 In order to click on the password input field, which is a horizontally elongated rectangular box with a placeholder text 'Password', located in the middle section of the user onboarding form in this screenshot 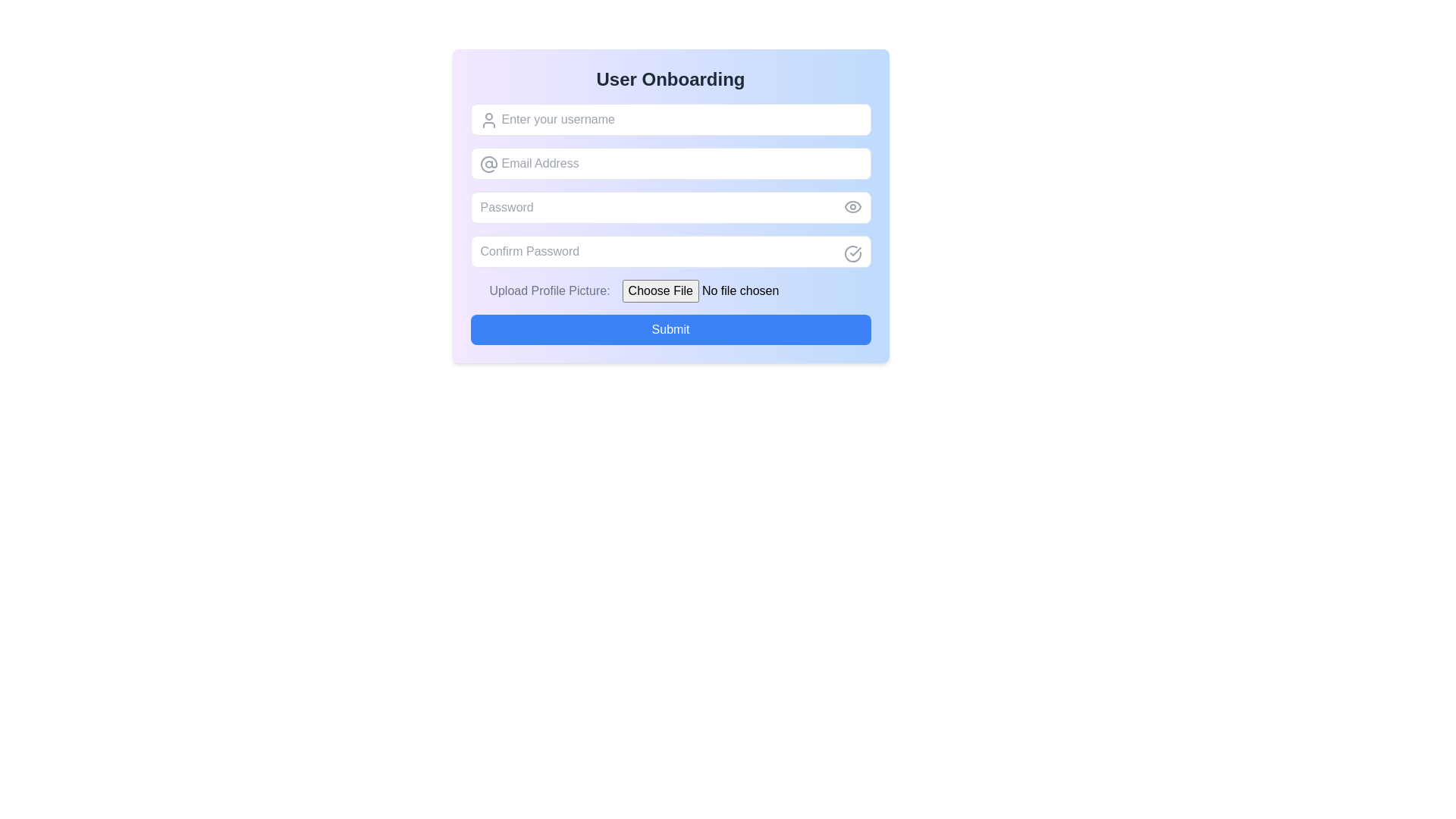, I will do `click(670, 206)`.